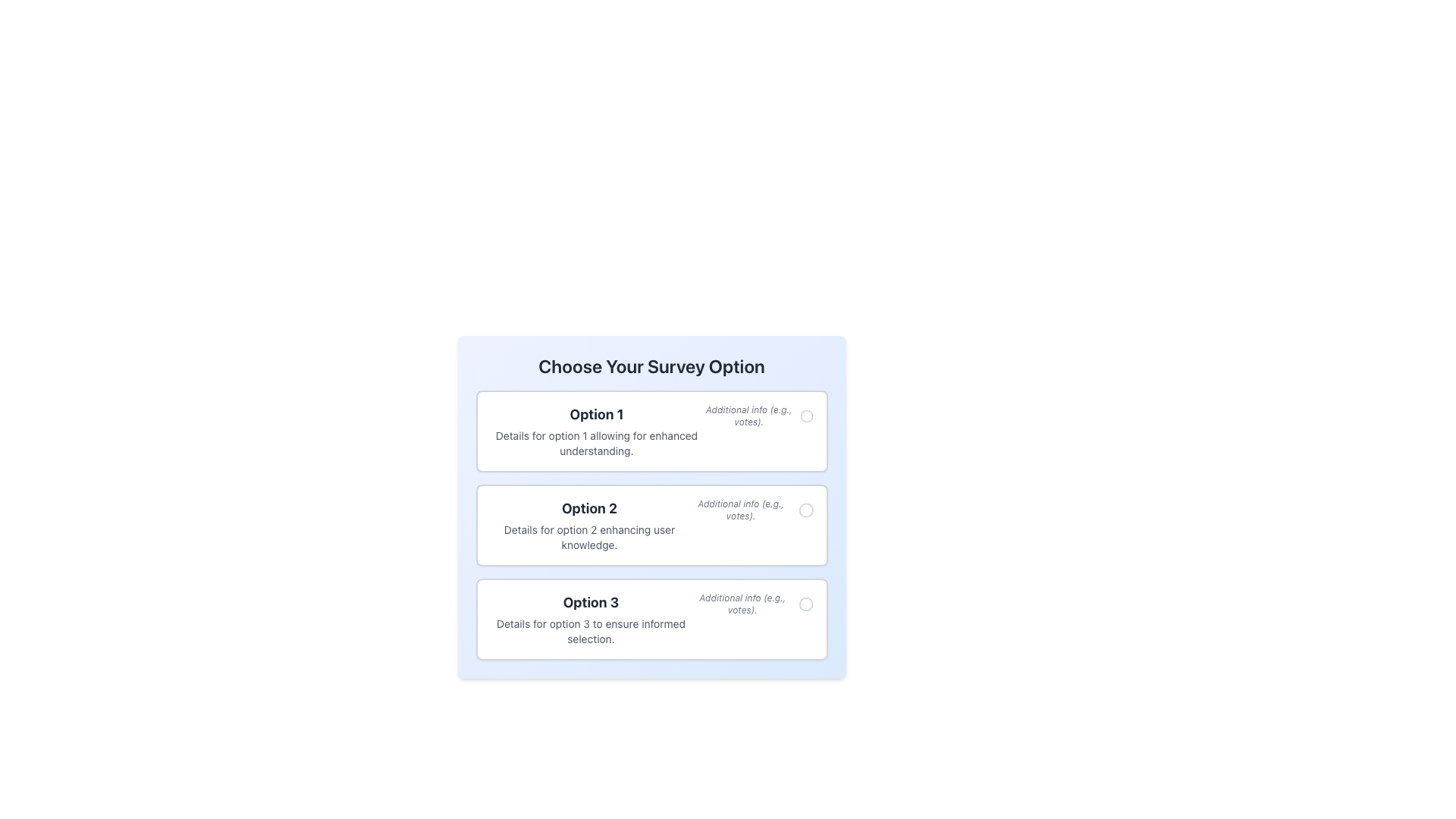 The height and width of the screenshot is (819, 1456). Describe the element at coordinates (651, 507) in the screenshot. I see `the Selectable Option Component titled 'Choose Your Survey Option'` at that location.